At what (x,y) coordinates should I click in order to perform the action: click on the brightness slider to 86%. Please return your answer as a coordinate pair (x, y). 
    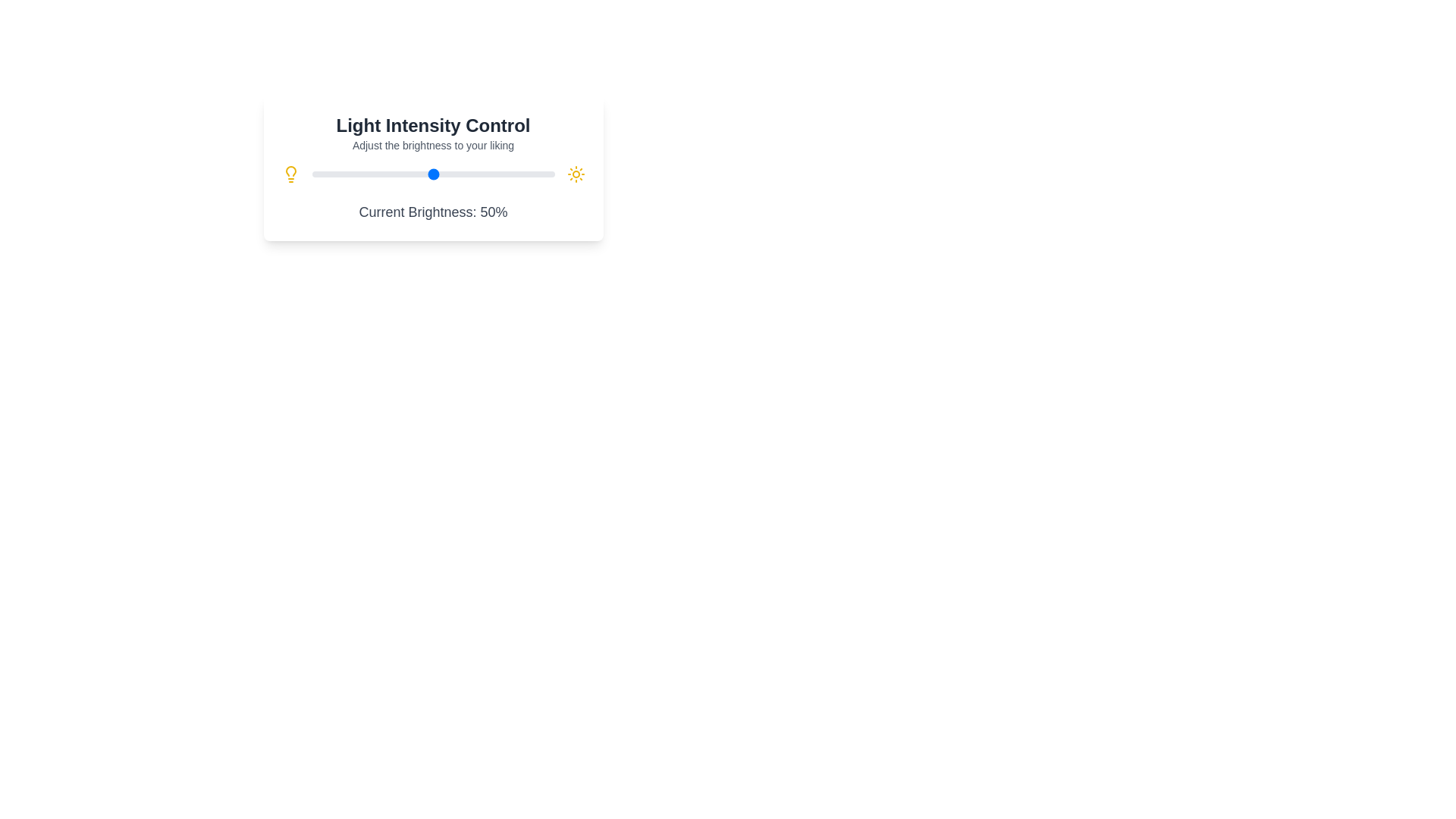
    Looking at the image, I should click on (520, 174).